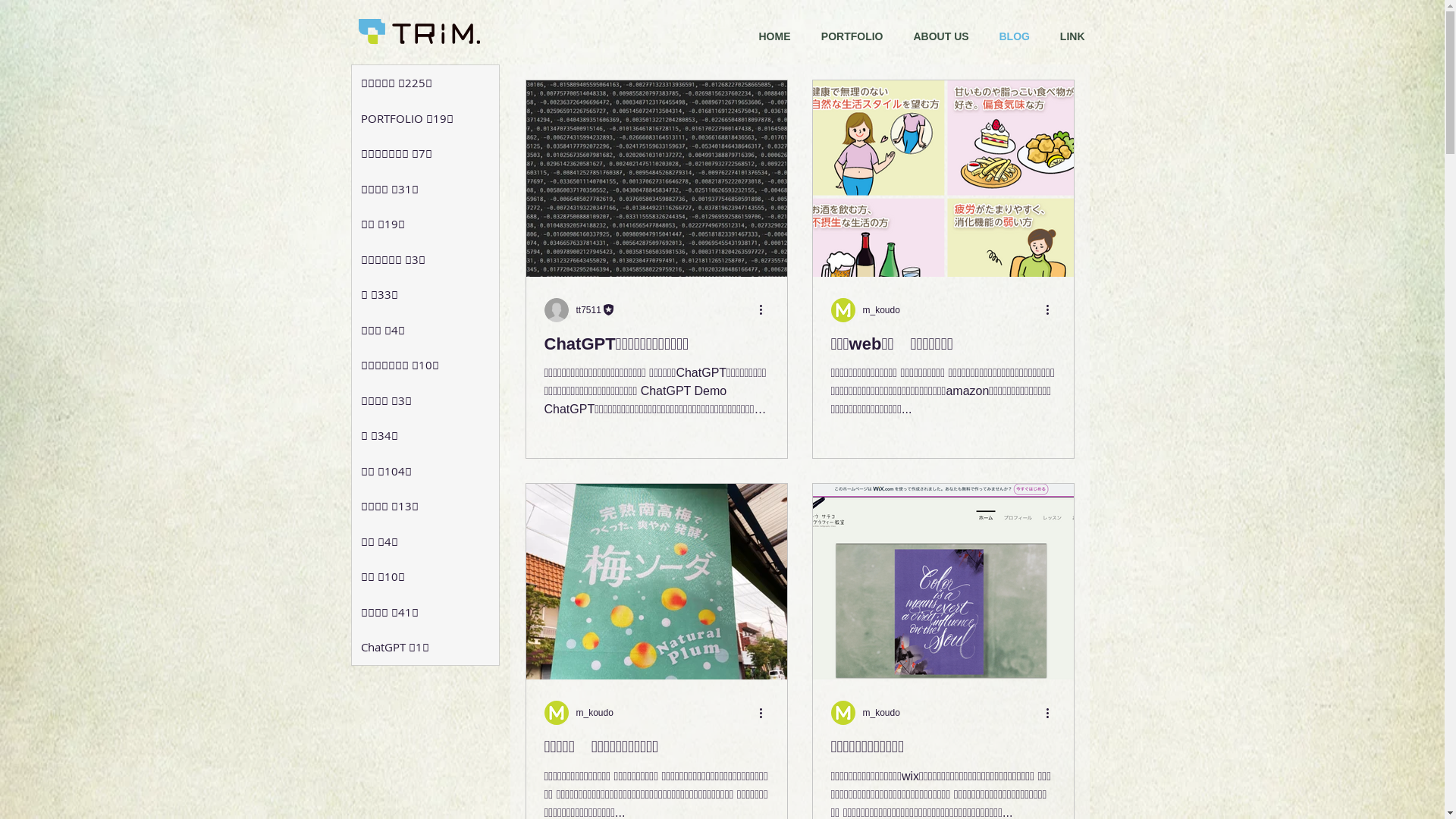  I want to click on 'LINK', so click(1072, 35).